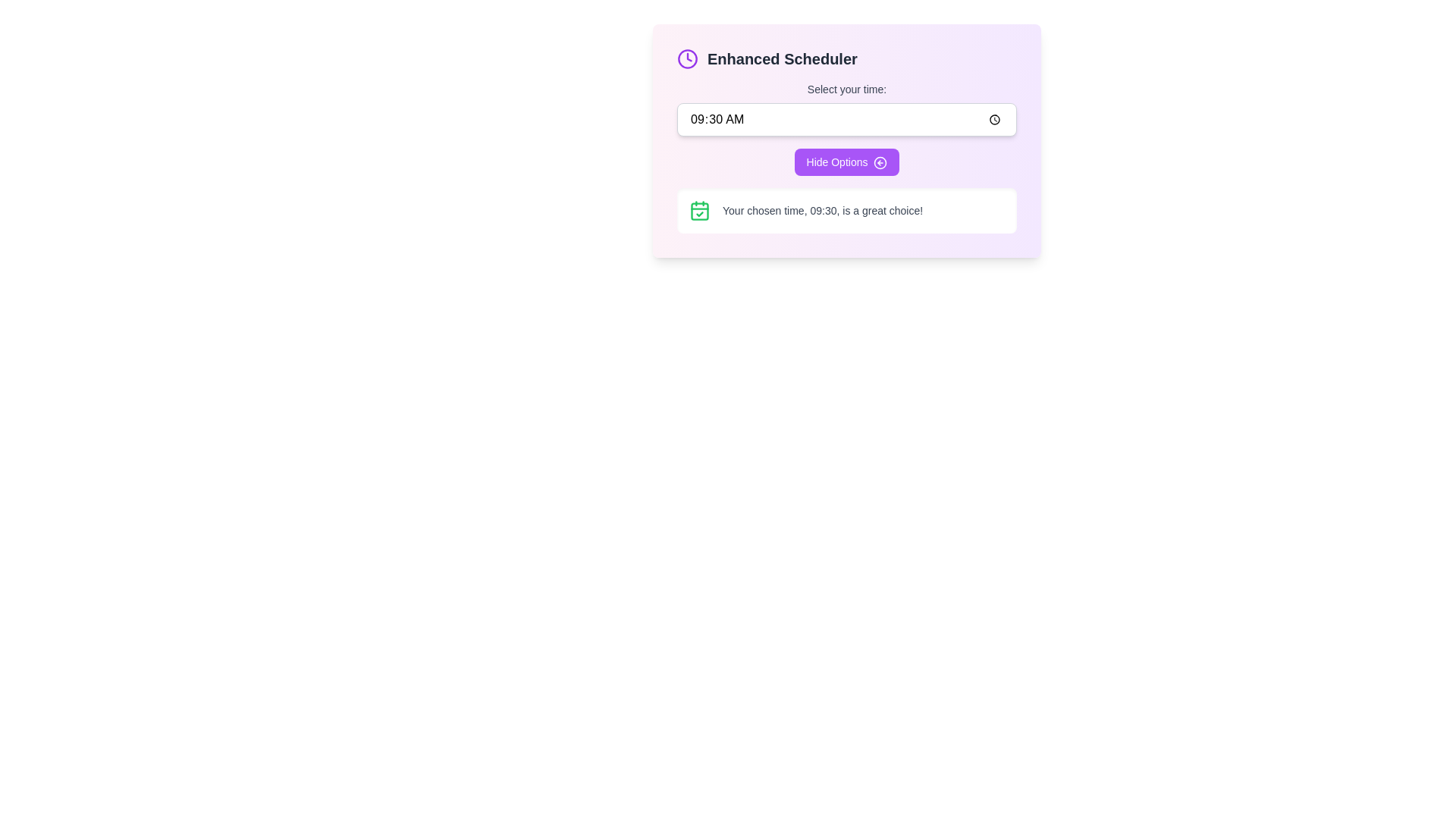  I want to click on the triangular marker that is part of the clock icon located in the top left section of the 'Enhanced Scheduler' card, so click(689, 56).